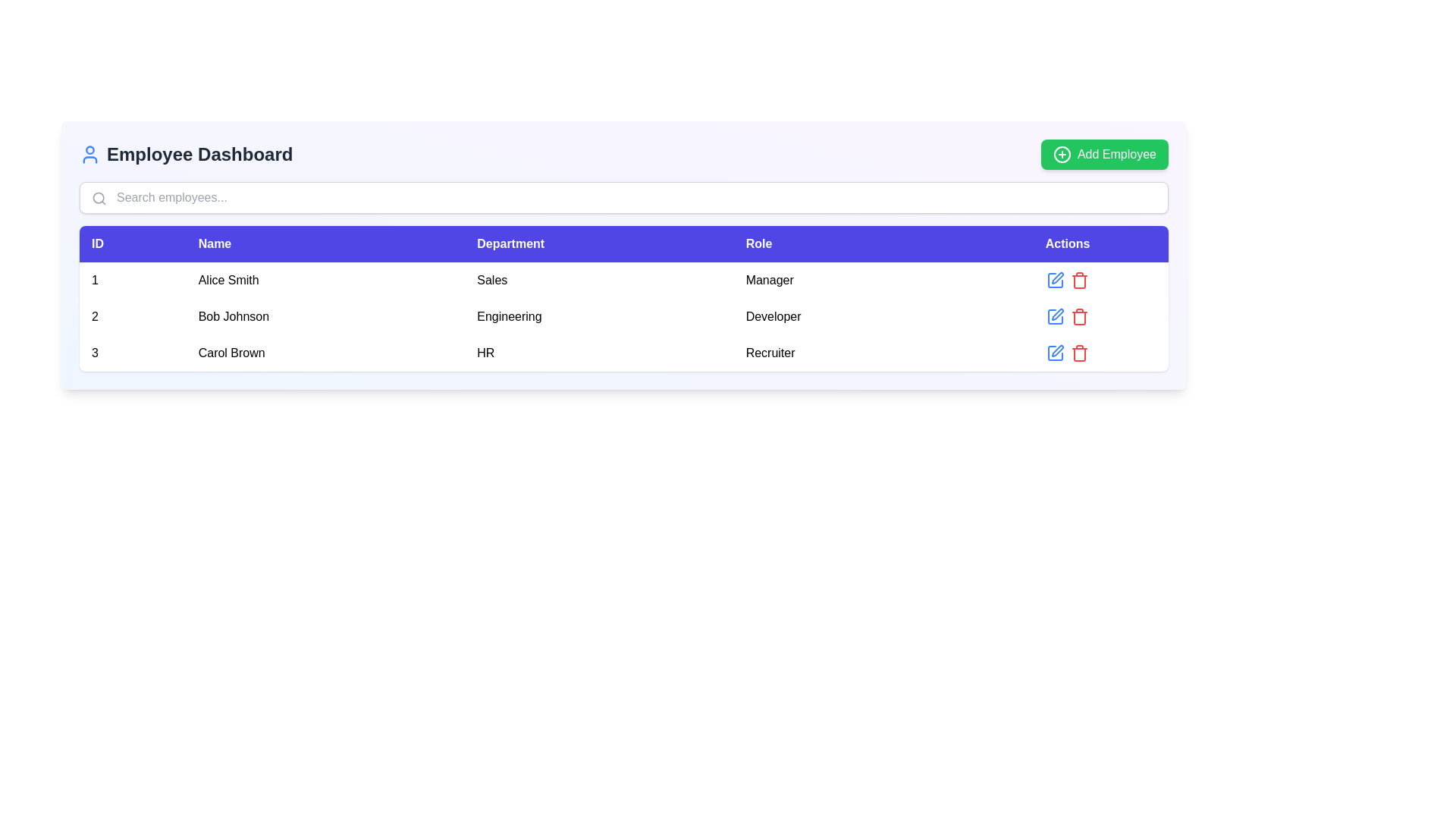  Describe the element at coordinates (1067, 243) in the screenshot. I see `the Table Header Cell labeled 'Actions', which is the rightmost cell in the header row of the data table, featuring a blue background and white text` at that location.